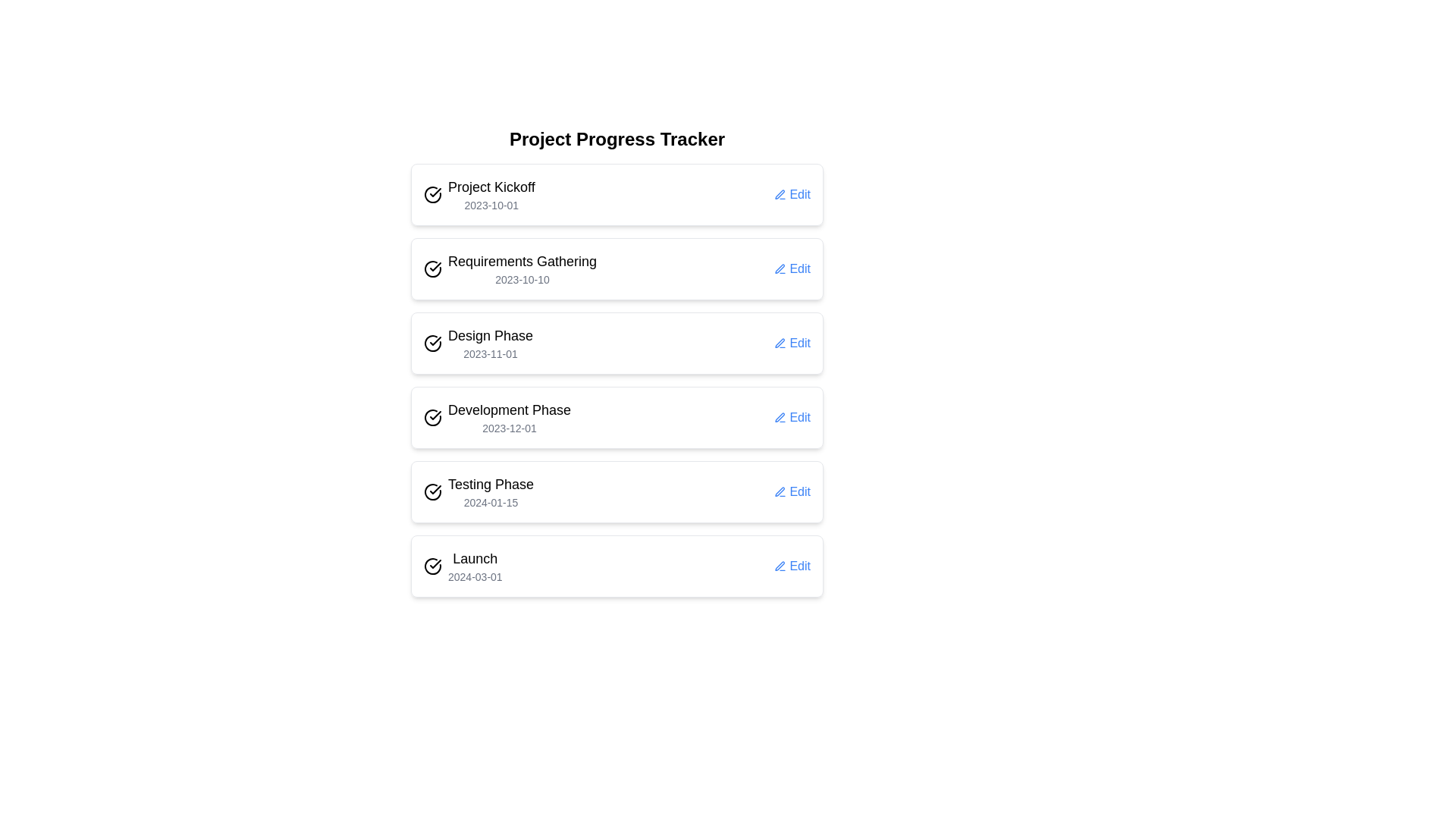 Image resolution: width=1456 pixels, height=819 pixels. I want to click on the Text label that serves as a title for the corresponding project phase in the Project Progress Tracker, so click(474, 558).